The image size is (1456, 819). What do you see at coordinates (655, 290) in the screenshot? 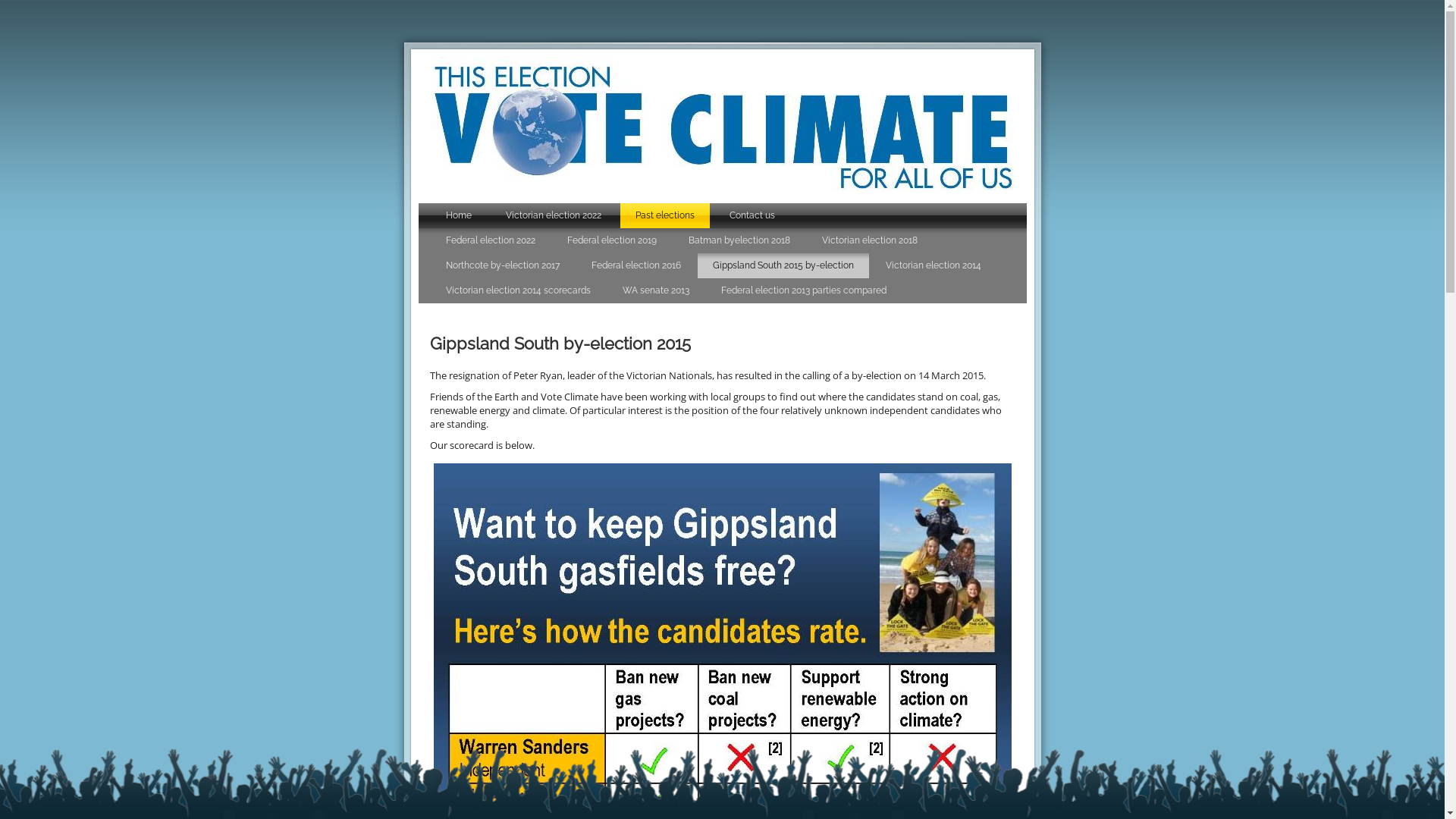
I see `'WA senate 2013'` at bounding box center [655, 290].